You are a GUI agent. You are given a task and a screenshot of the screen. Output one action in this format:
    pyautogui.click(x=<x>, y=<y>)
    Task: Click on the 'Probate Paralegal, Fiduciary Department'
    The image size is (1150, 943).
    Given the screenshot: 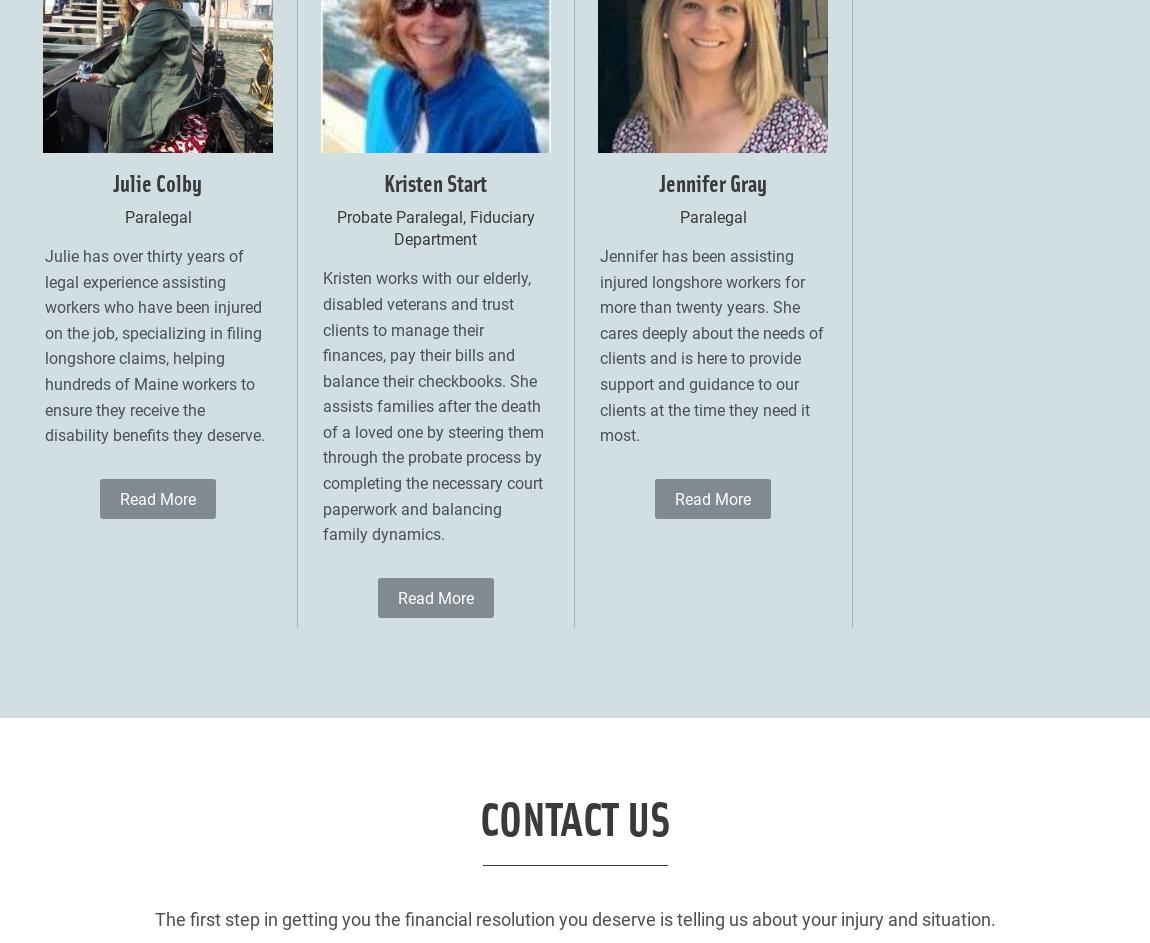 What is the action you would take?
    pyautogui.click(x=435, y=227)
    